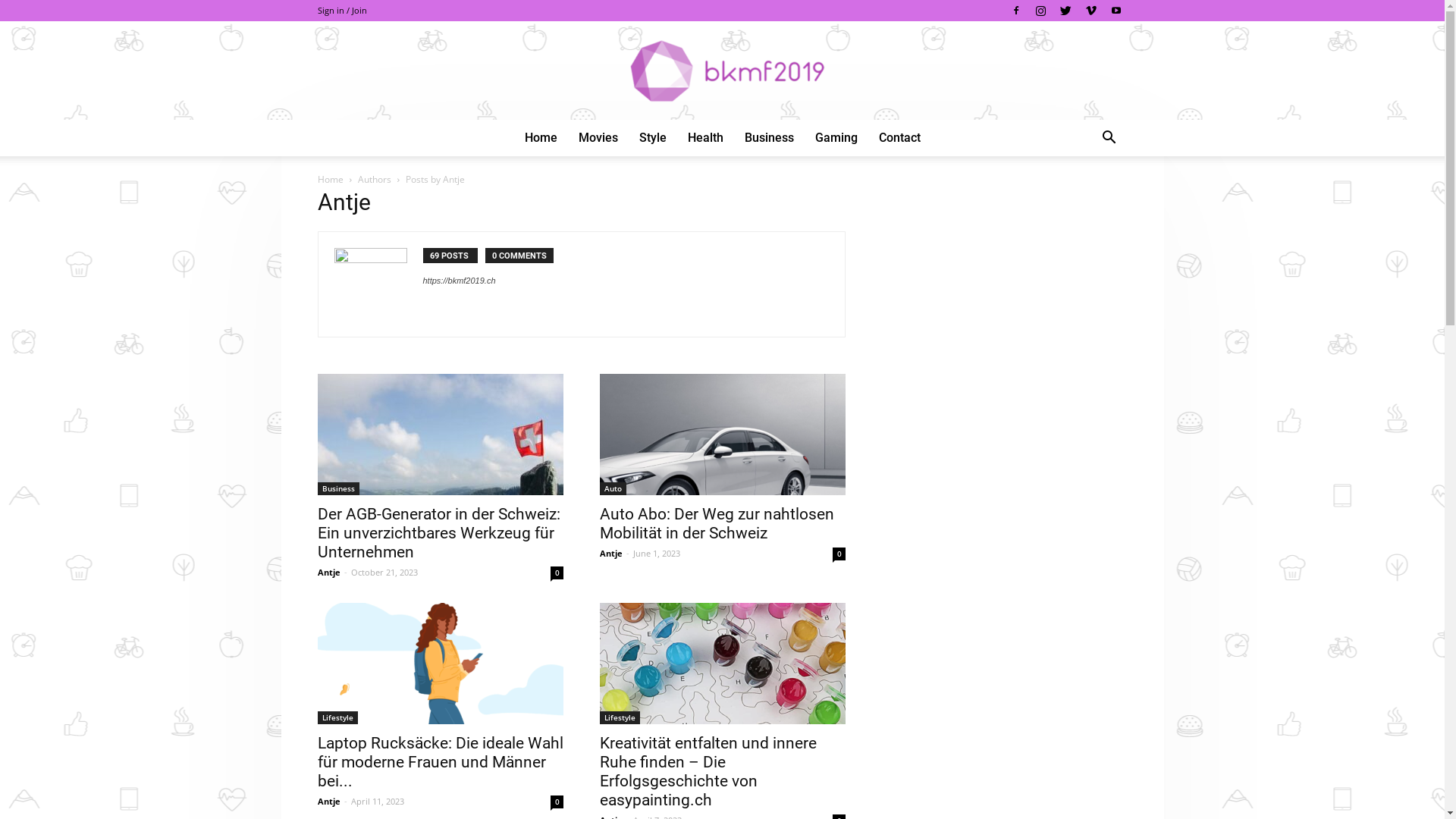 Image resolution: width=1456 pixels, height=819 pixels. Describe the element at coordinates (315, 717) in the screenshot. I see `'Lifestyle'` at that location.